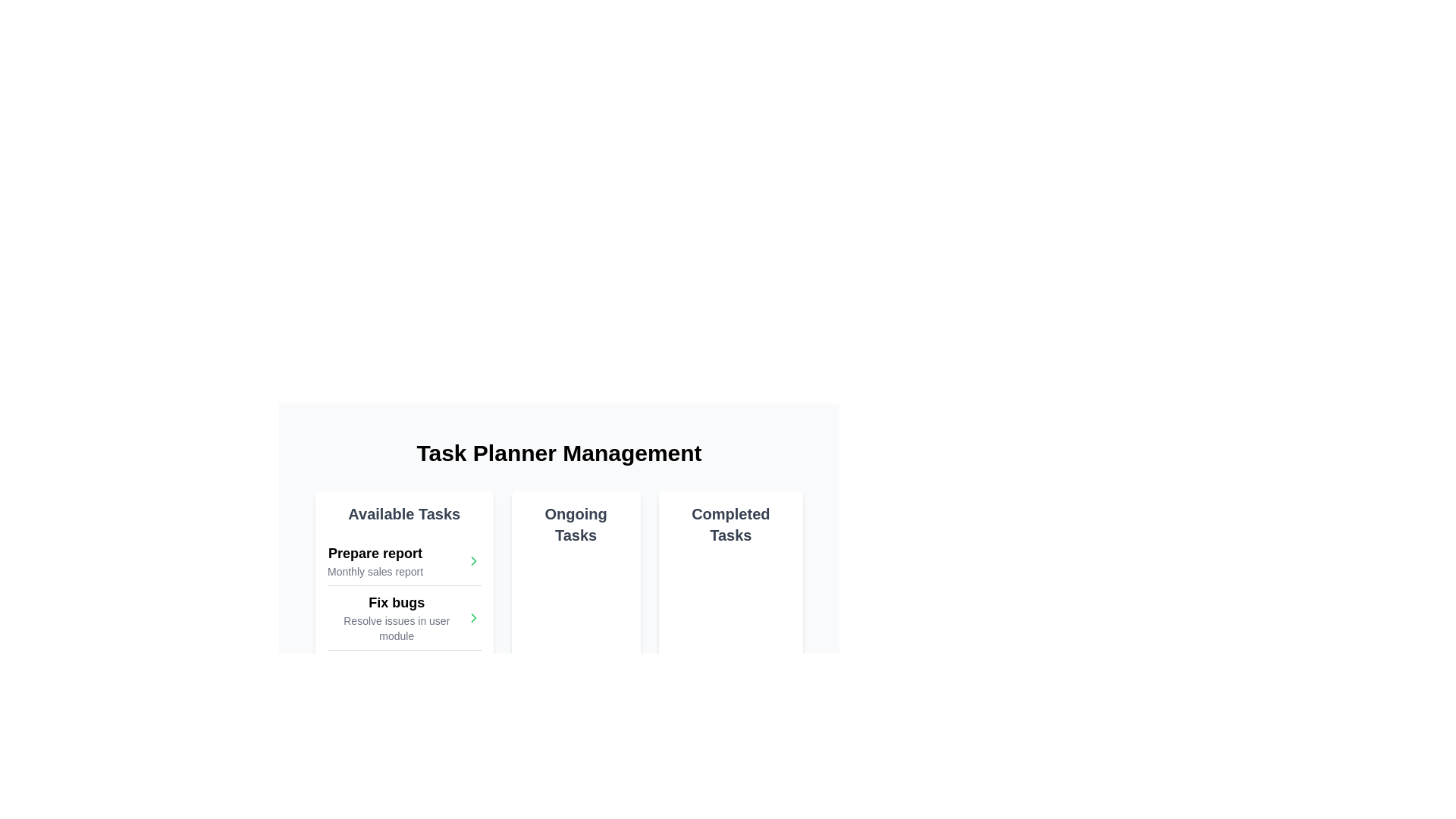 This screenshot has width=1456, height=819. Describe the element at coordinates (575, 523) in the screenshot. I see `the 'Ongoing Tasks' text label, which is styled in a bold, extra-large serif font and is located at the top center of the second card from the left in a set of three horizontally arranged cards` at that location.